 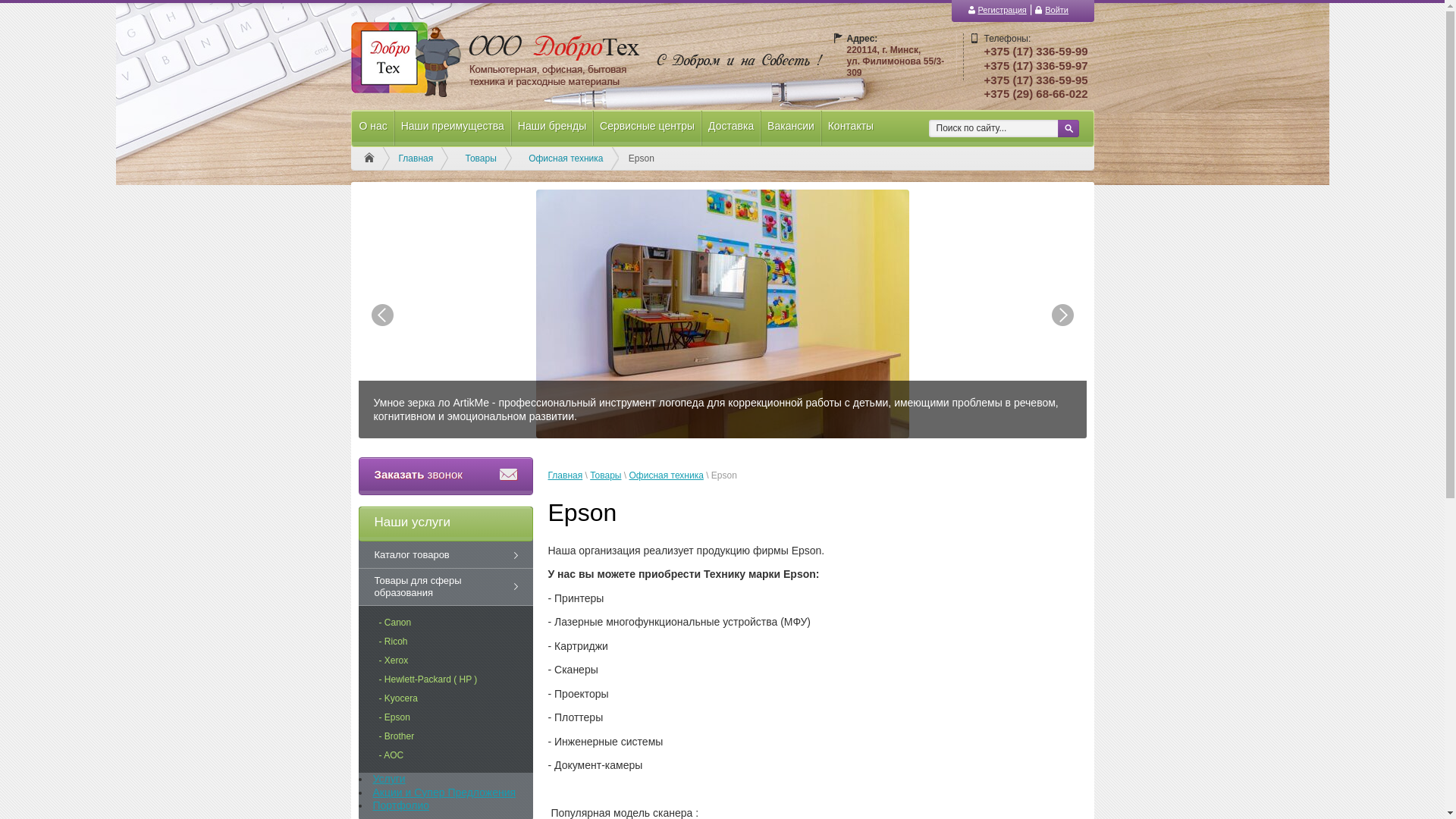 What do you see at coordinates (382, 314) in the screenshot?
I see `'Prev'` at bounding box center [382, 314].